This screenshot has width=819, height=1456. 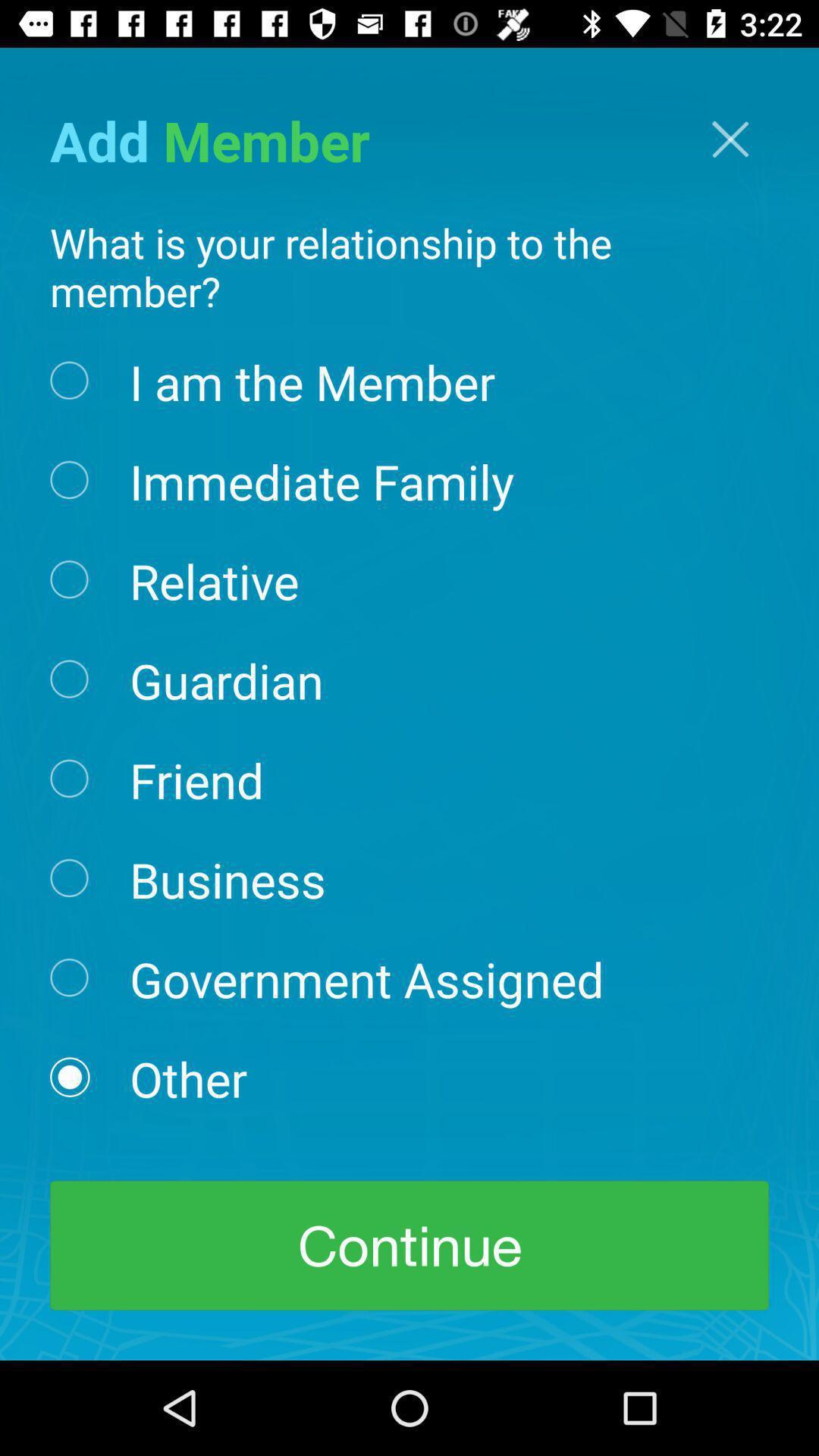 What do you see at coordinates (321, 479) in the screenshot?
I see `the icon above relative icon` at bounding box center [321, 479].